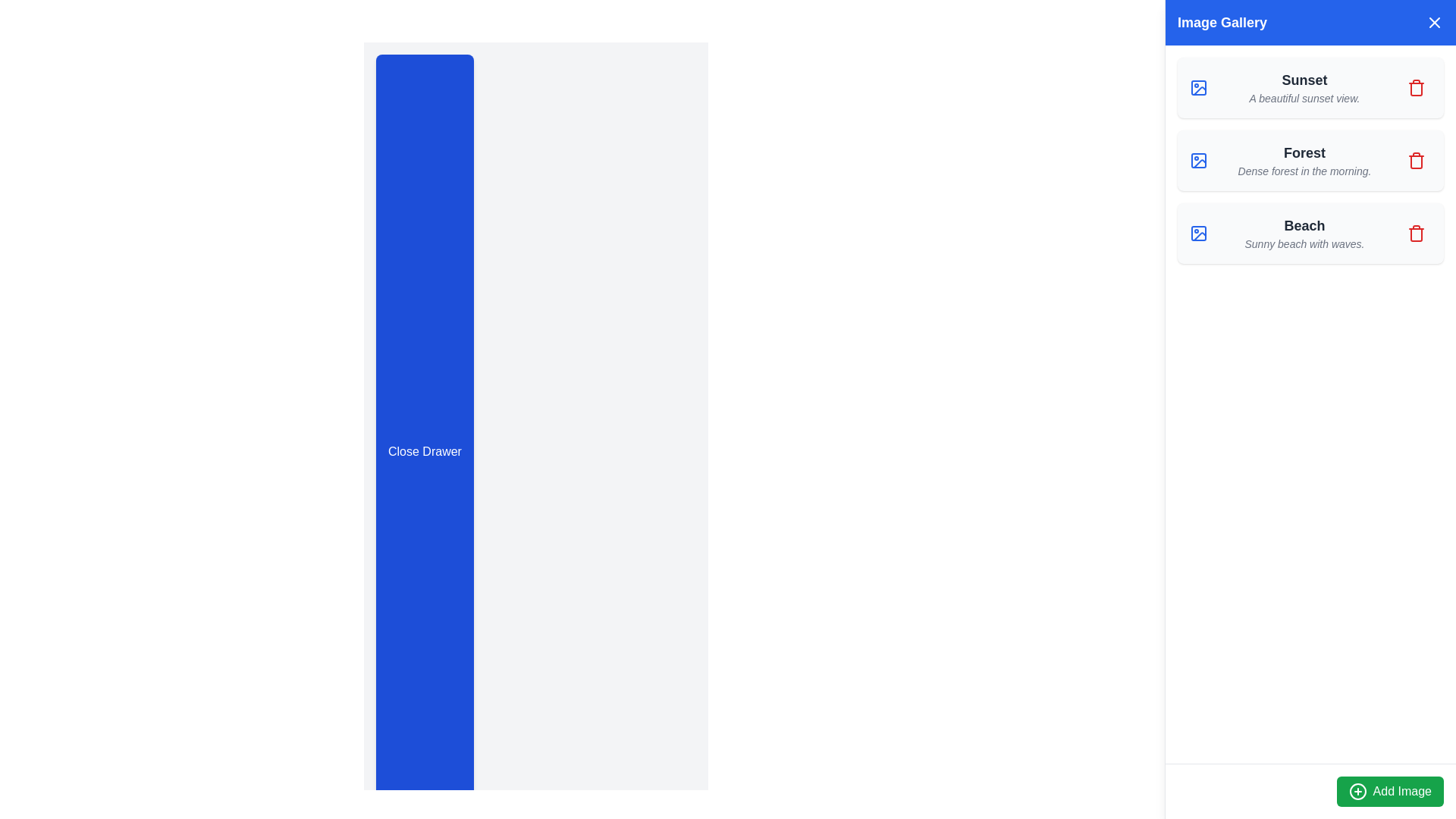  Describe the element at coordinates (1304, 234) in the screenshot. I see `the Text Label displaying 'Beach' in the 'Image Gallery' section, which has a bold title and is located below the 'Sunset' and 'Forest' items` at that location.